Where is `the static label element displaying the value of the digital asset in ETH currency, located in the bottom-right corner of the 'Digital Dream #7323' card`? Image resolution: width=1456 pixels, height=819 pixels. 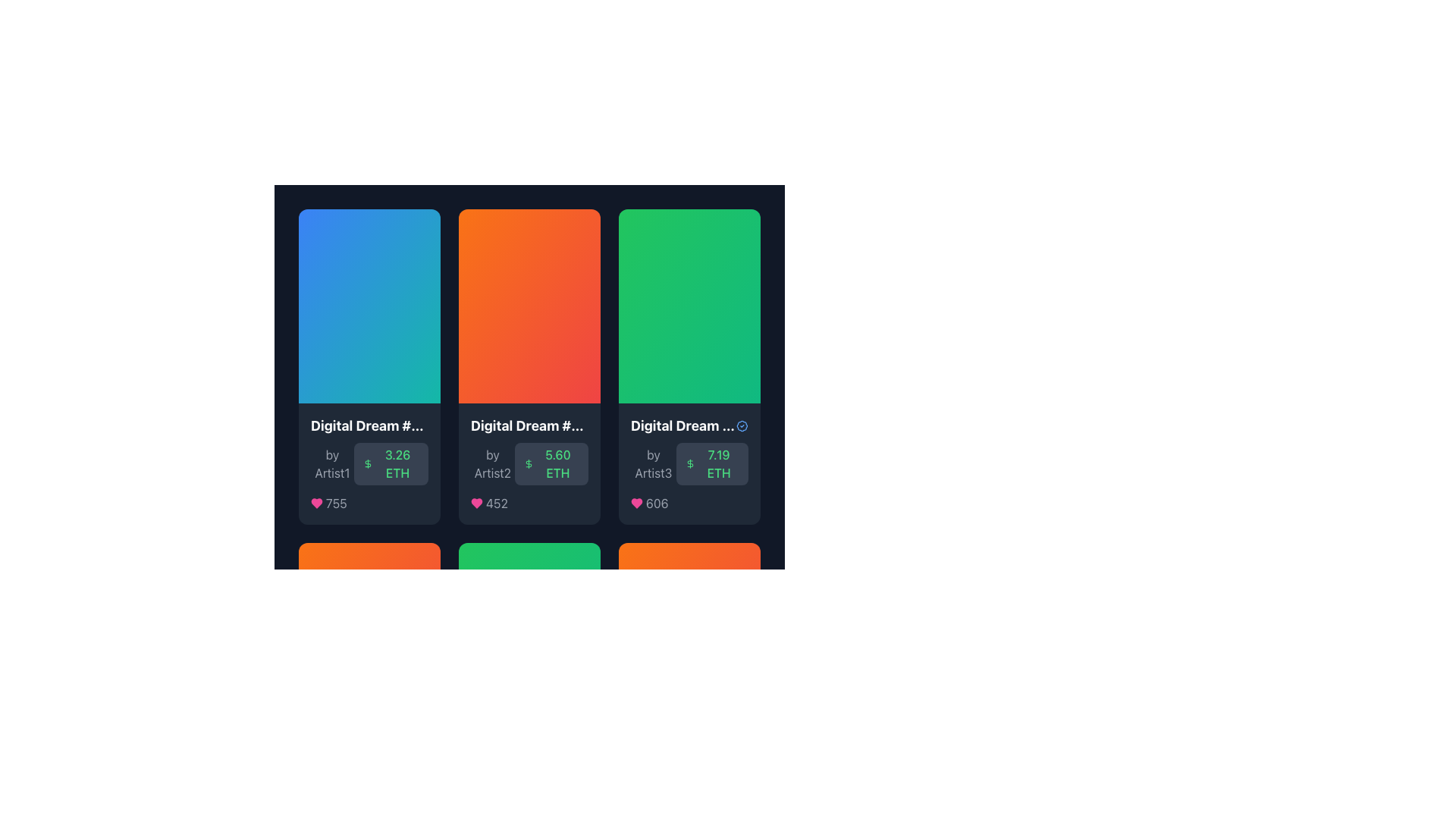 the static label element displaying the value of the digital asset in ETH currency, located in the bottom-right corner of the 'Digital Dream #7323' card is located at coordinates (529, 463).